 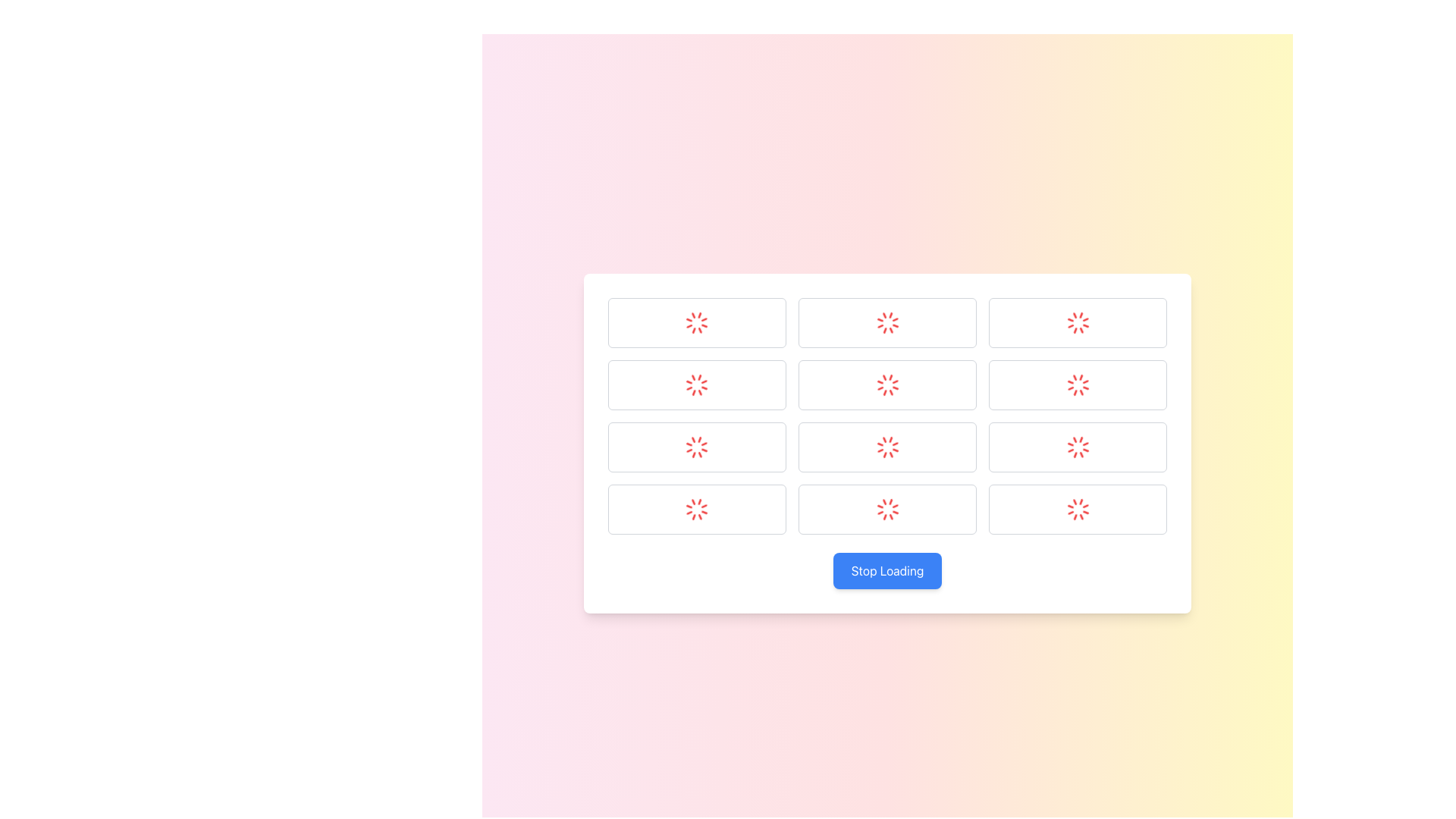 I want to click on the animated loader icon, which is a red spinning loader positioned centrally in the fifth row and third column of a grid layout, so click(x=887, y=447).